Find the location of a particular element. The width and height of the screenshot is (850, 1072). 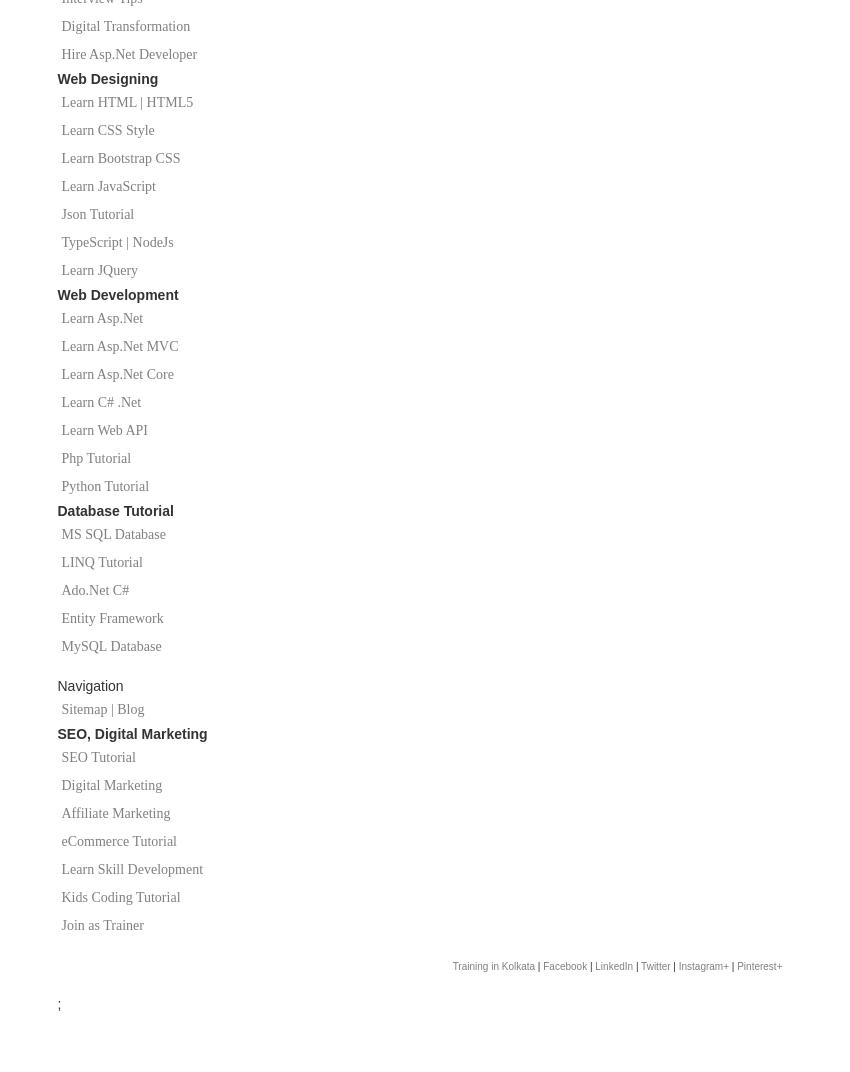

'Pinterest+' is located at coordinates (759, 965).